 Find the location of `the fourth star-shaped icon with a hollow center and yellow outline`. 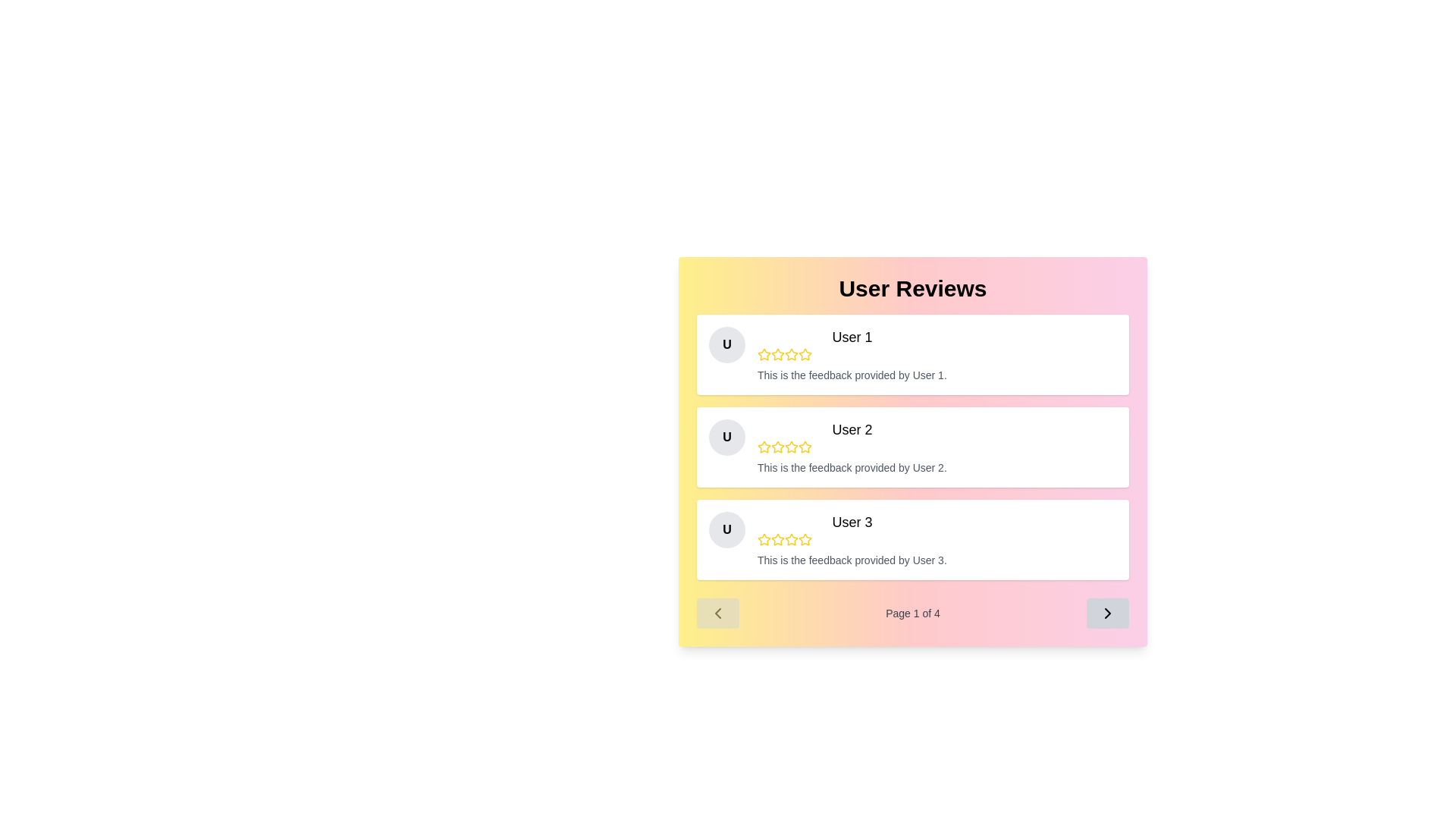

the fourth star-shaped icon with a hollow center and yellow outline is located at coordinates (790, 354).